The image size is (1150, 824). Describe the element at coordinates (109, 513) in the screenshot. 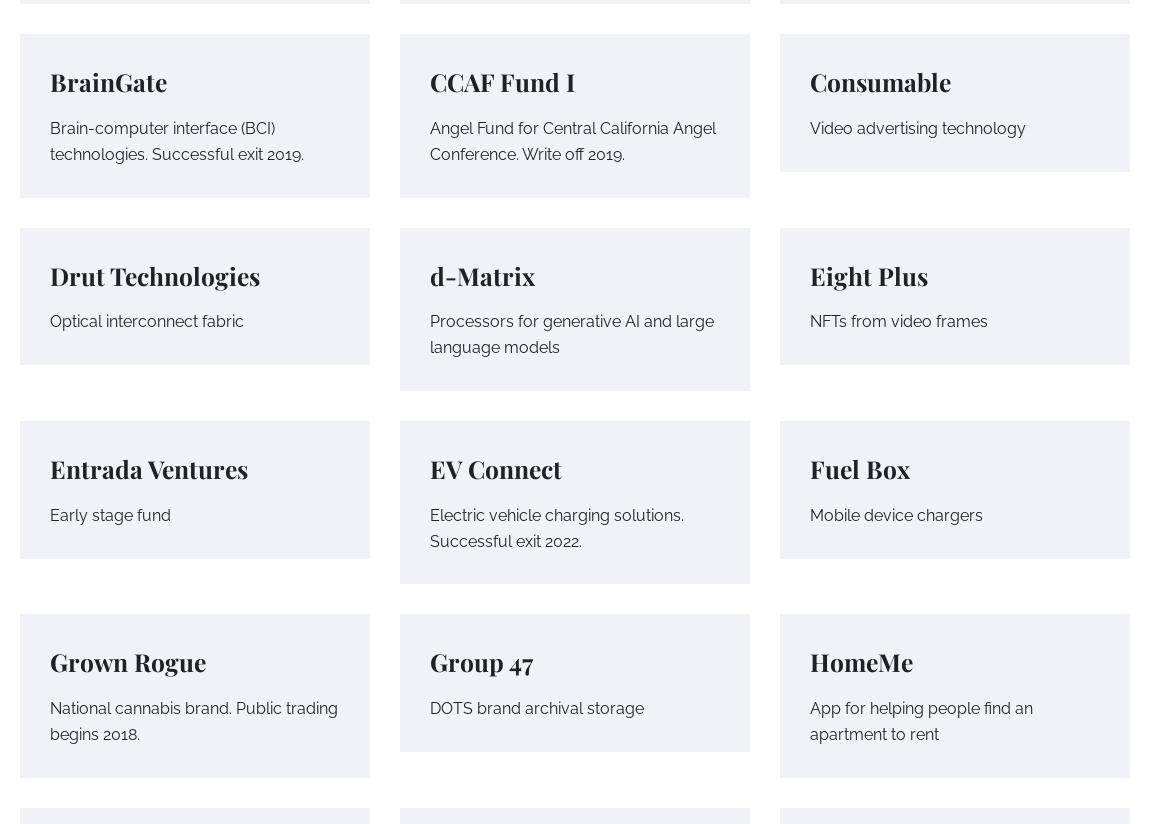

I see `'Early stage fund'` at that location.